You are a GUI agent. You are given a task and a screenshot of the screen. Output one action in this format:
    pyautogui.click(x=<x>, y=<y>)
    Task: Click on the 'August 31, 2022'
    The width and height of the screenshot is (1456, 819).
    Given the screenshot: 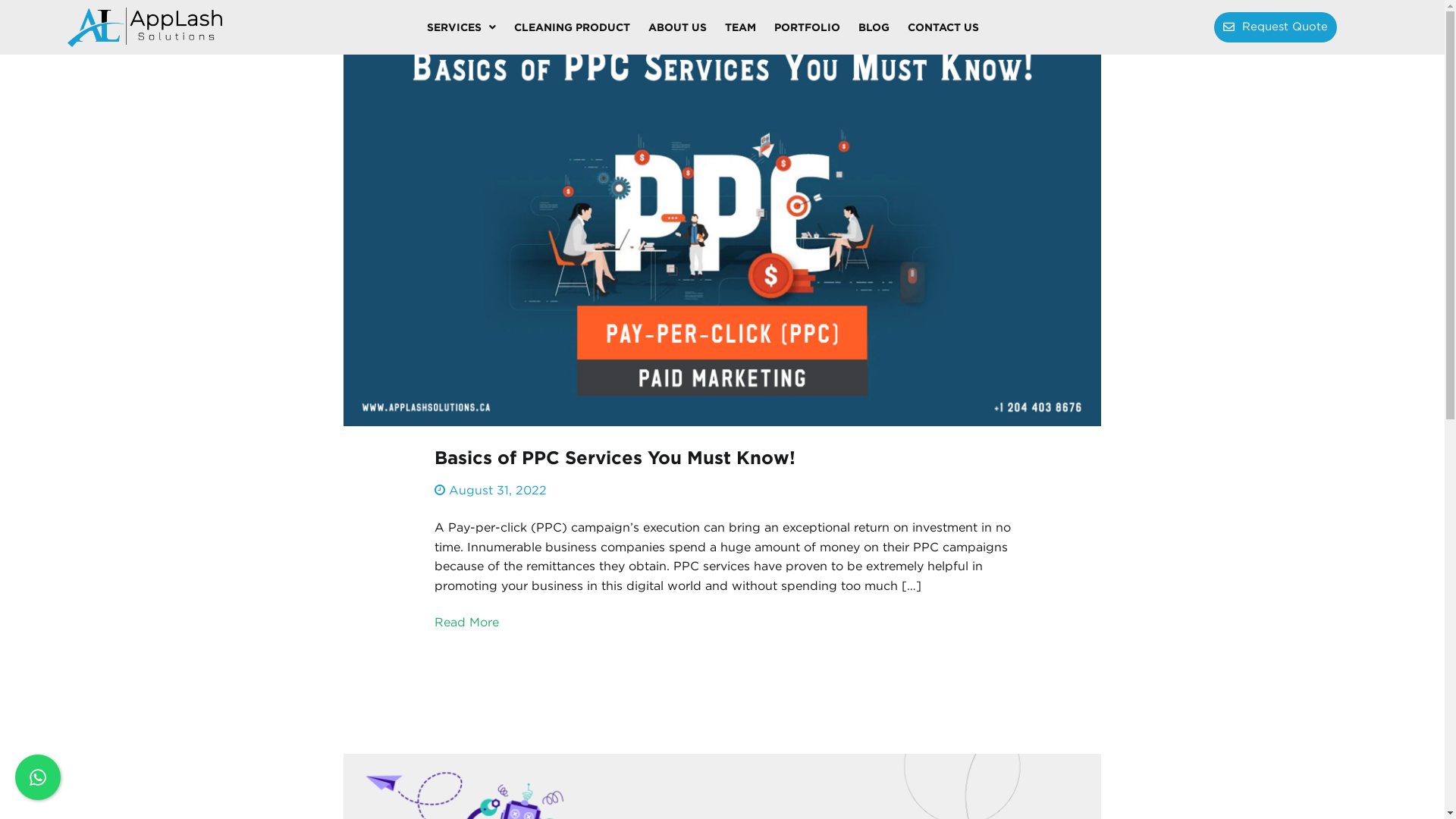 What is the action you would take?
    pyautogui.click(x=447, y=490)
    